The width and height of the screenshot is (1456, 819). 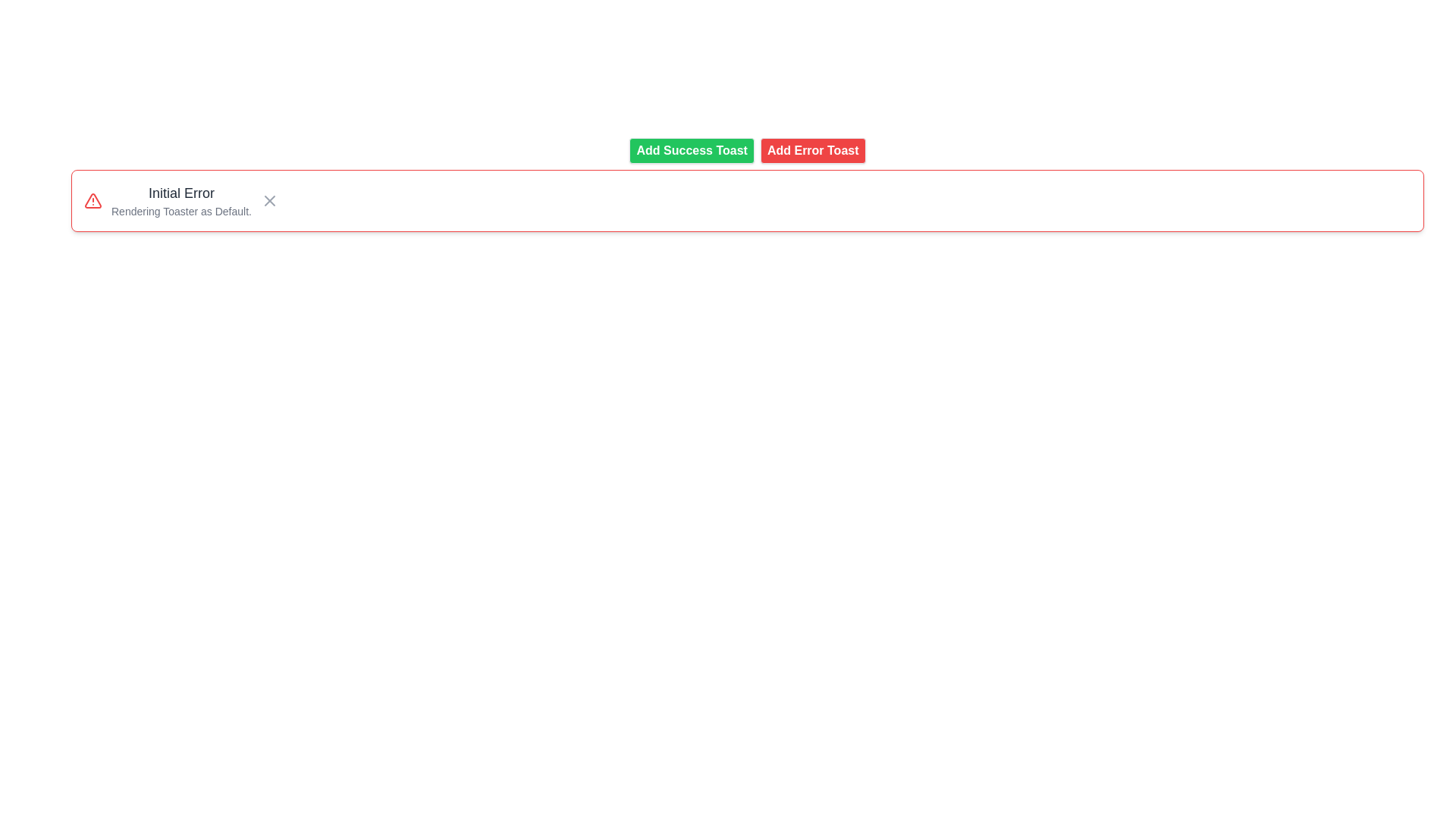 What do you see at coordinates (812, 151) in the screenshot?
I see `the 'Add Error Toast' button, which is a rectangular button with bold white text on a red background, to observe the color change when hovered` at bounding box center [812, 151].